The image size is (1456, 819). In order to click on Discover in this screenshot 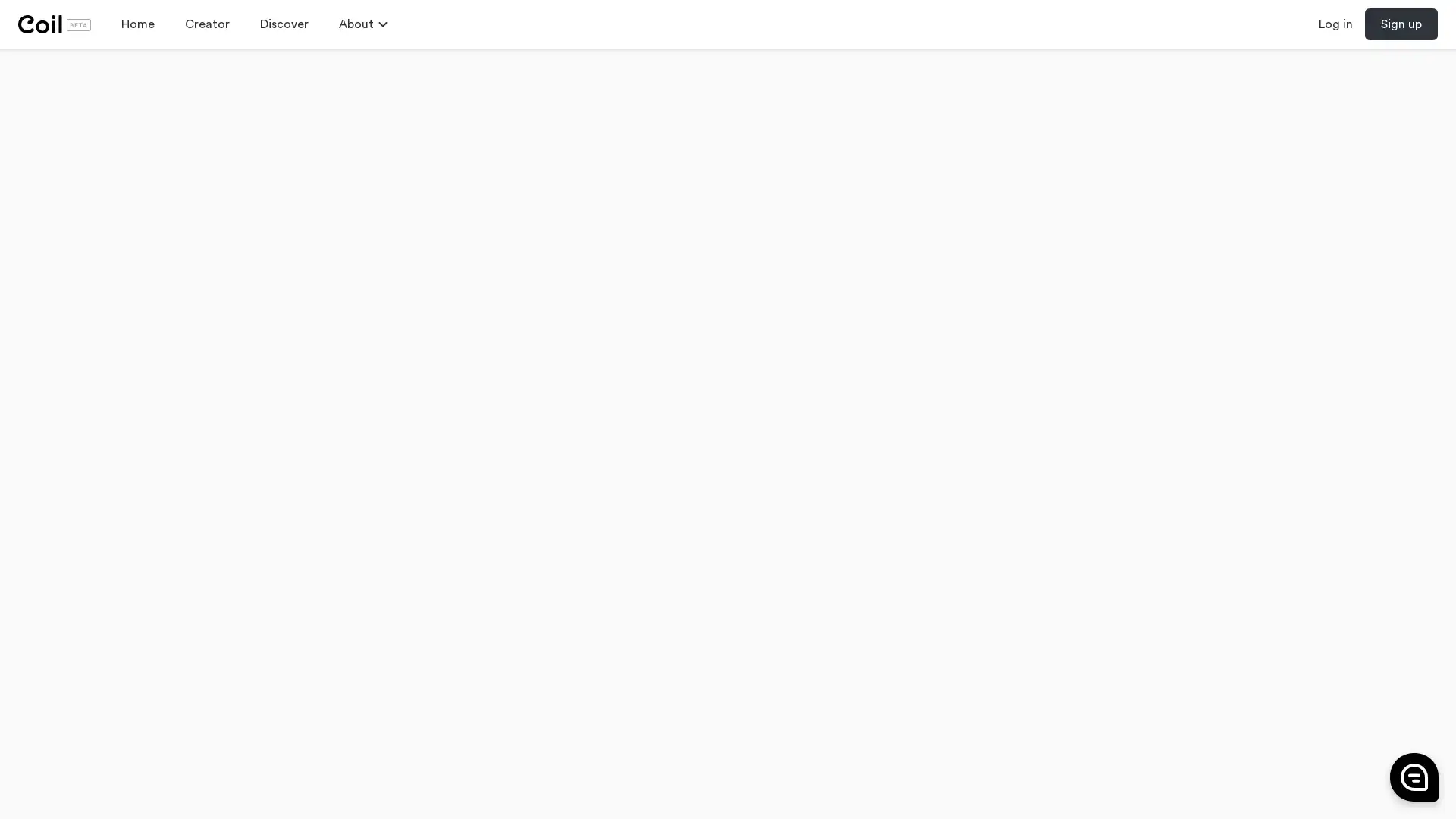, I will do `click(284, 24)`.